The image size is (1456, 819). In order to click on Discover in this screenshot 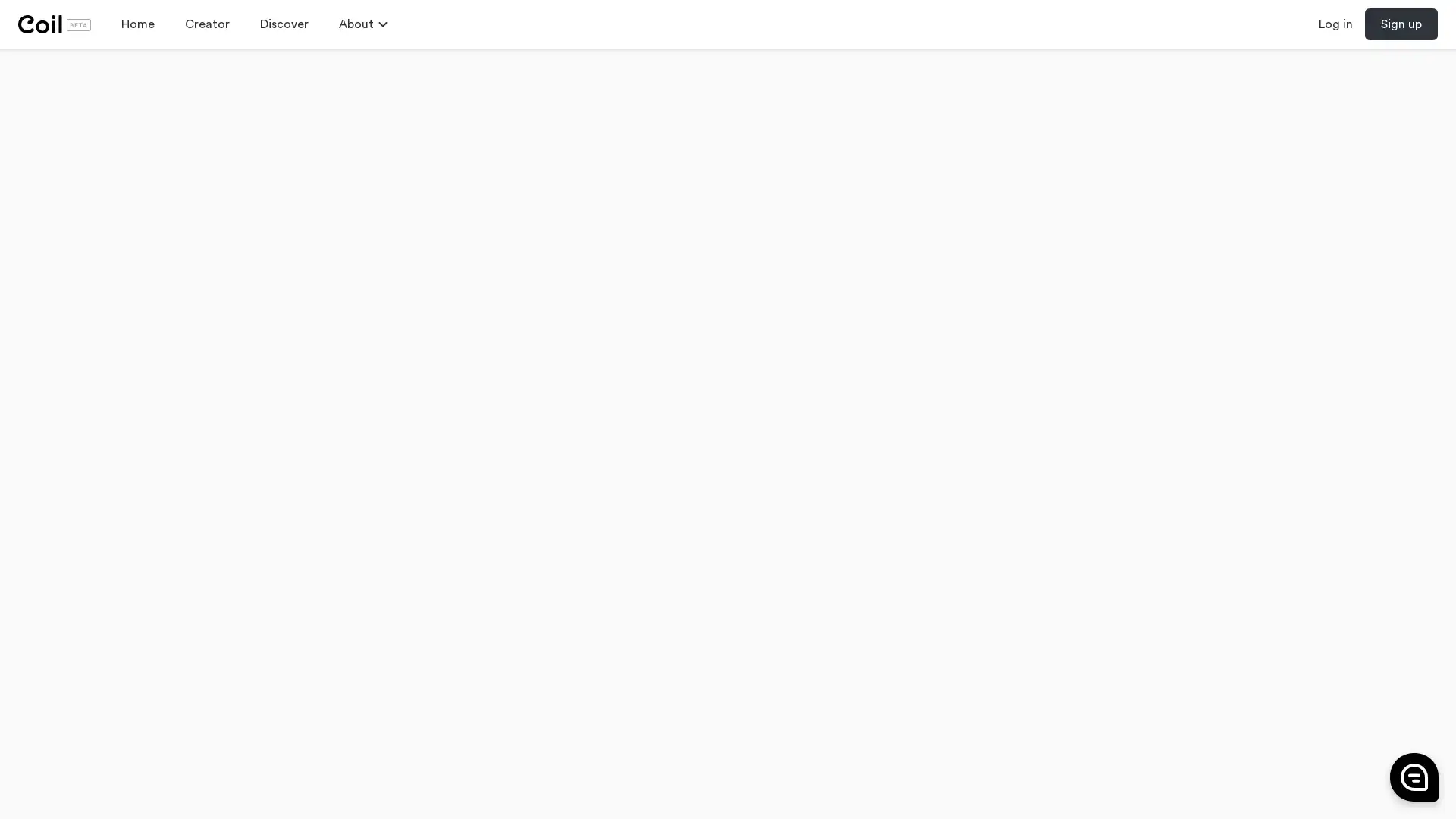, I will do `click(284, 24)`.